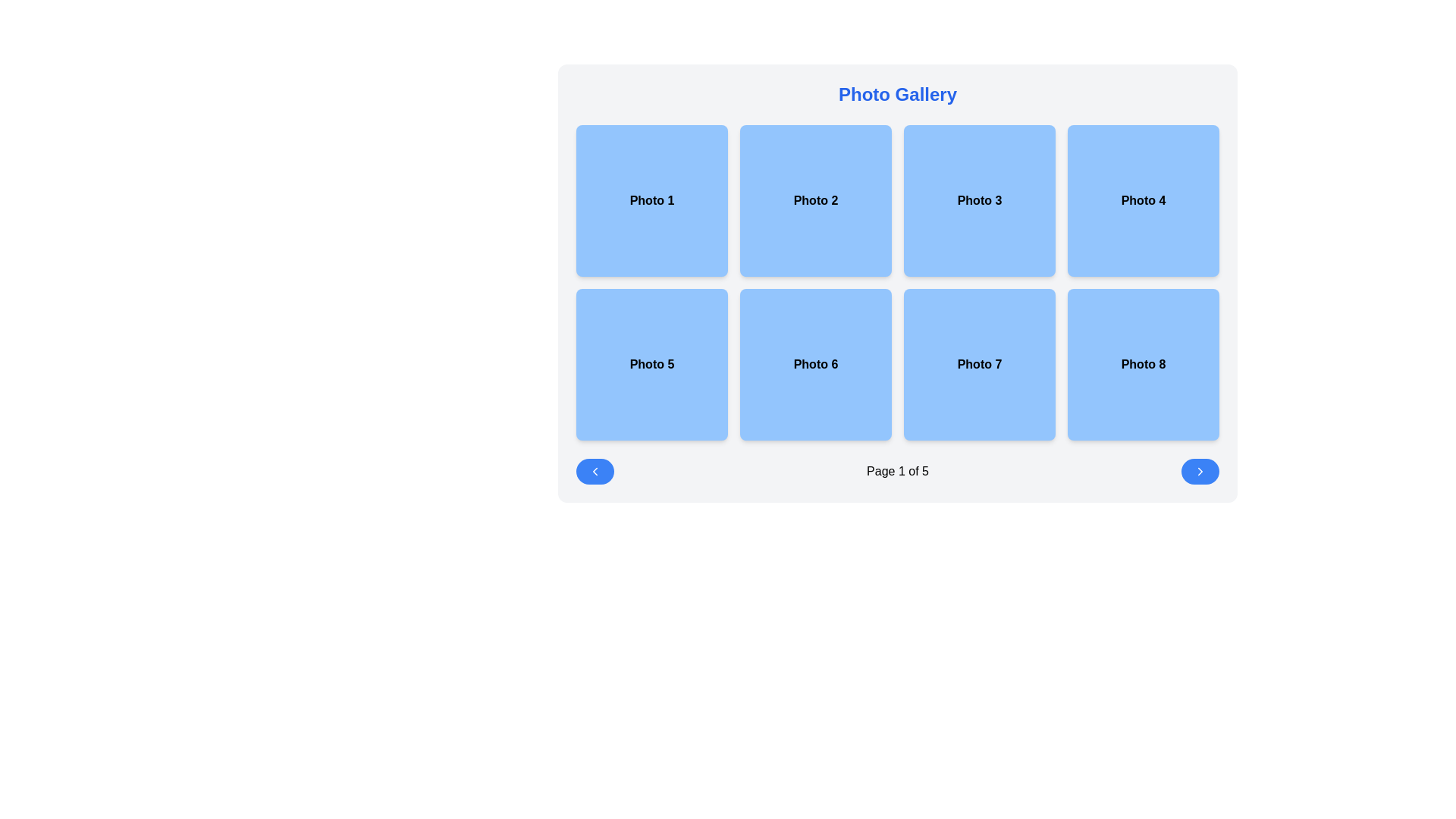 This screenshot has height=819, width=1456. What do you see at coordinates (898, 470) in the screenshot?
I see `the static text element indicating the current page and total pages, located in the middle of a horizontal navigation bar below the grid layout` at bounding box center [898, 470].